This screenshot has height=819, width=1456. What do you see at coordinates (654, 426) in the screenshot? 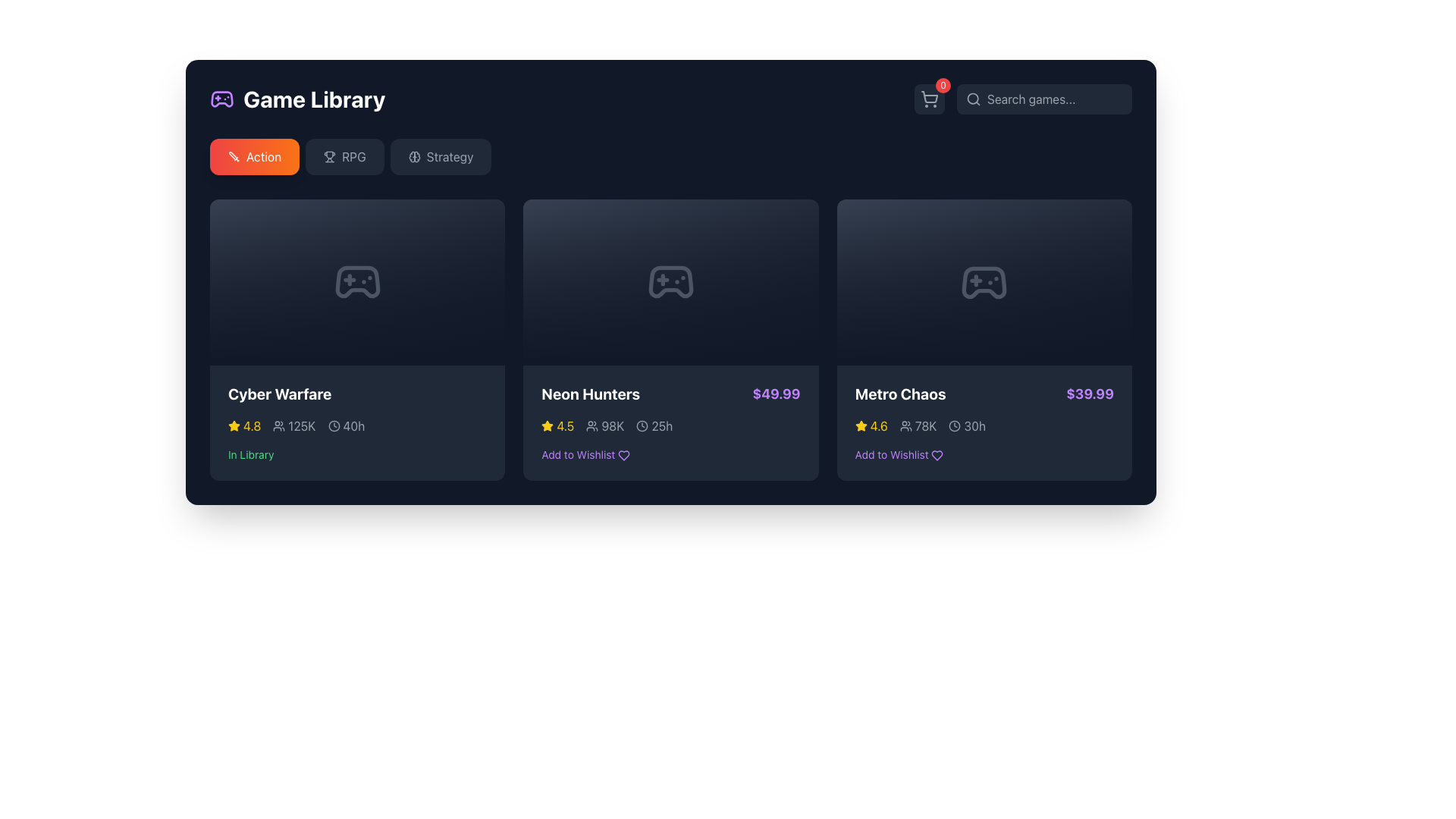
I see `displayed information from the composite UI component featuring a clock icon and the text '25h', located in the metadata section beneath the card titled 'Neon Hunters'` at bounding box center [654, 426].